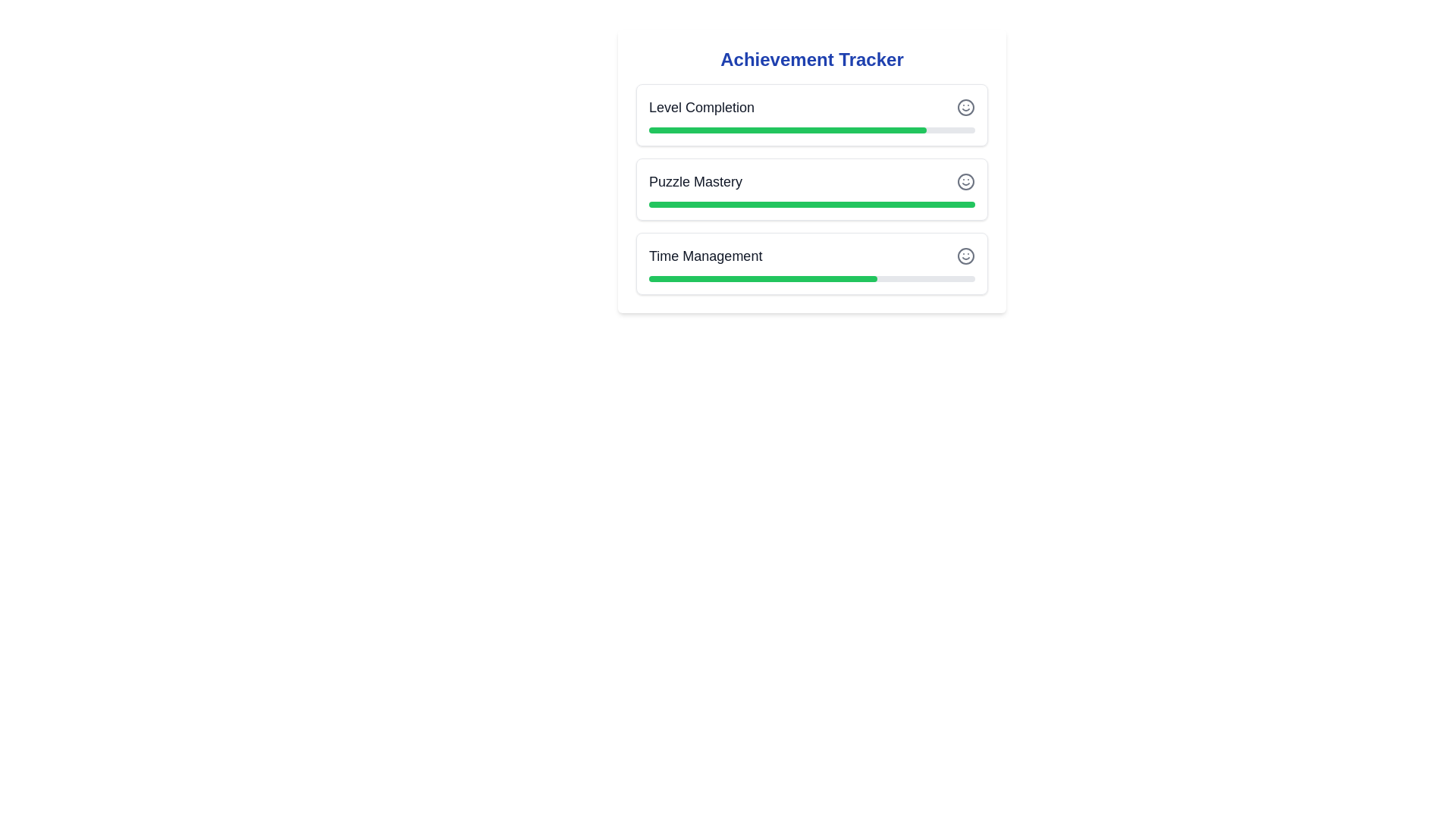 The height and width of the screenshot is (819, 1456). Describe the element at coordinates (763, 278) in the screenshot. I see `the green progress bar indicating 70% completion in the 'Time Management' section of the 'Achievement Tracker'` at that location.